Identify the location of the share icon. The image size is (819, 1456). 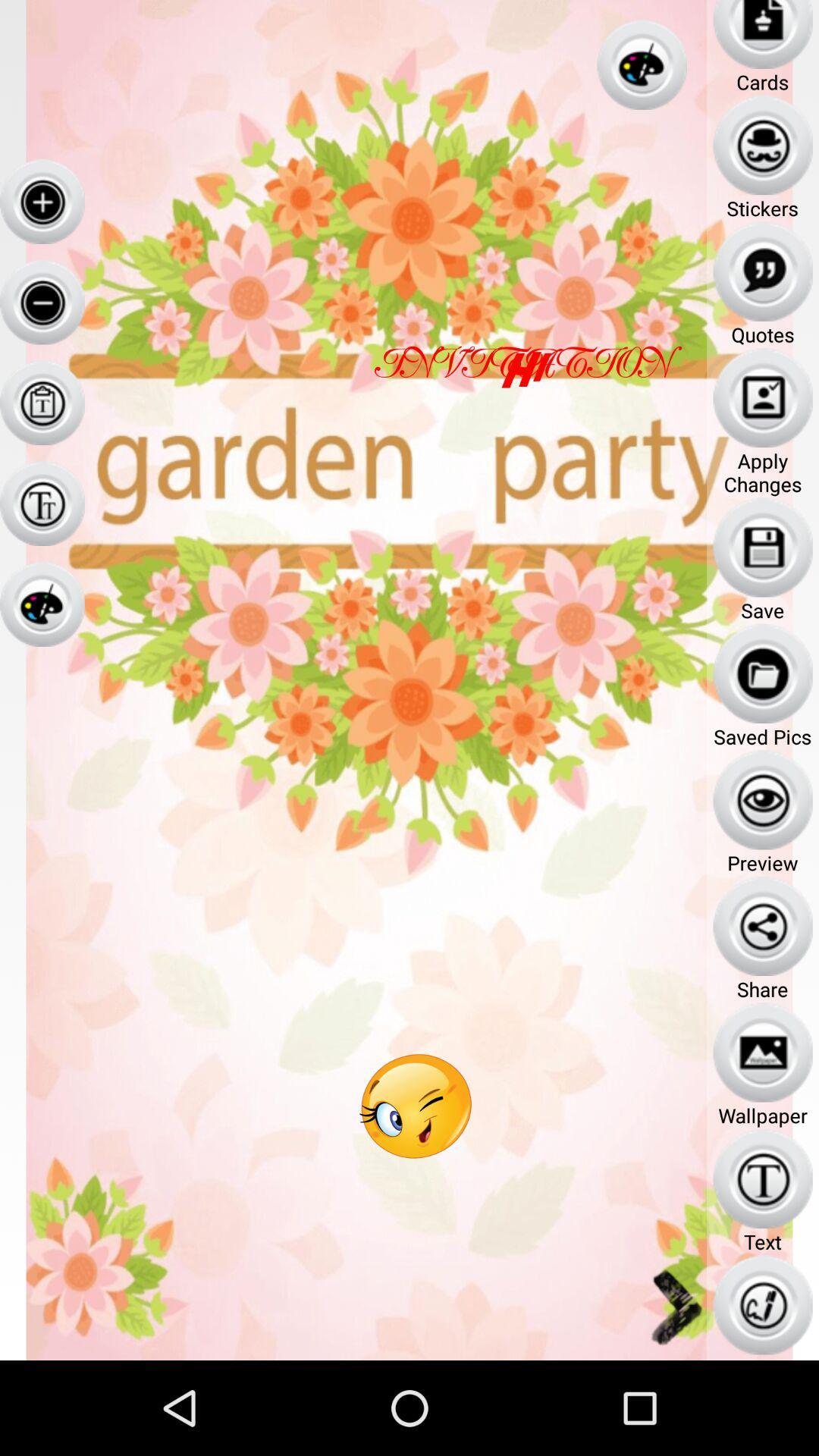
(763, 925).